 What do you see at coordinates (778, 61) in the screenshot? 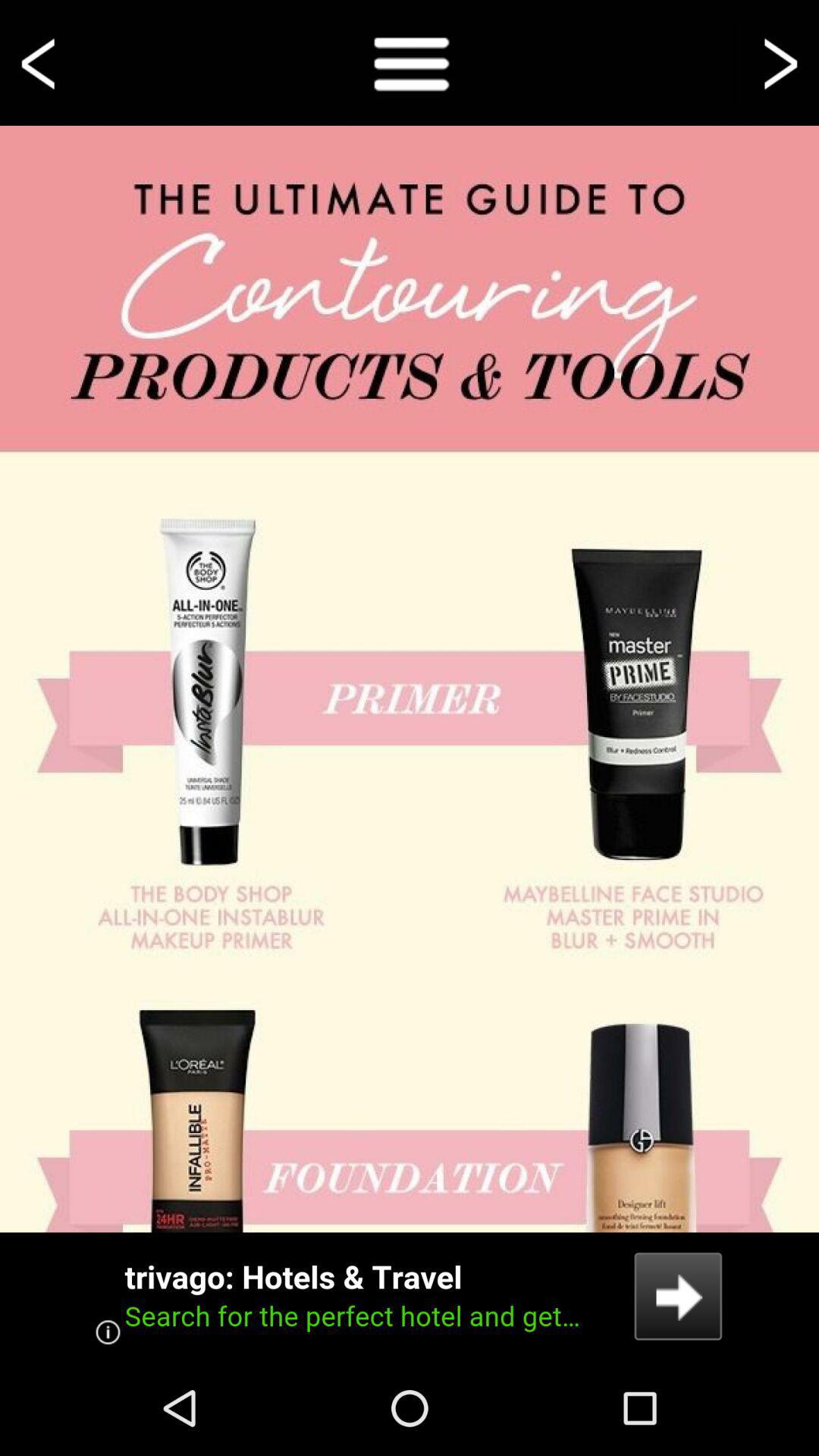
I see `forward` at bounding box center [778, 61].